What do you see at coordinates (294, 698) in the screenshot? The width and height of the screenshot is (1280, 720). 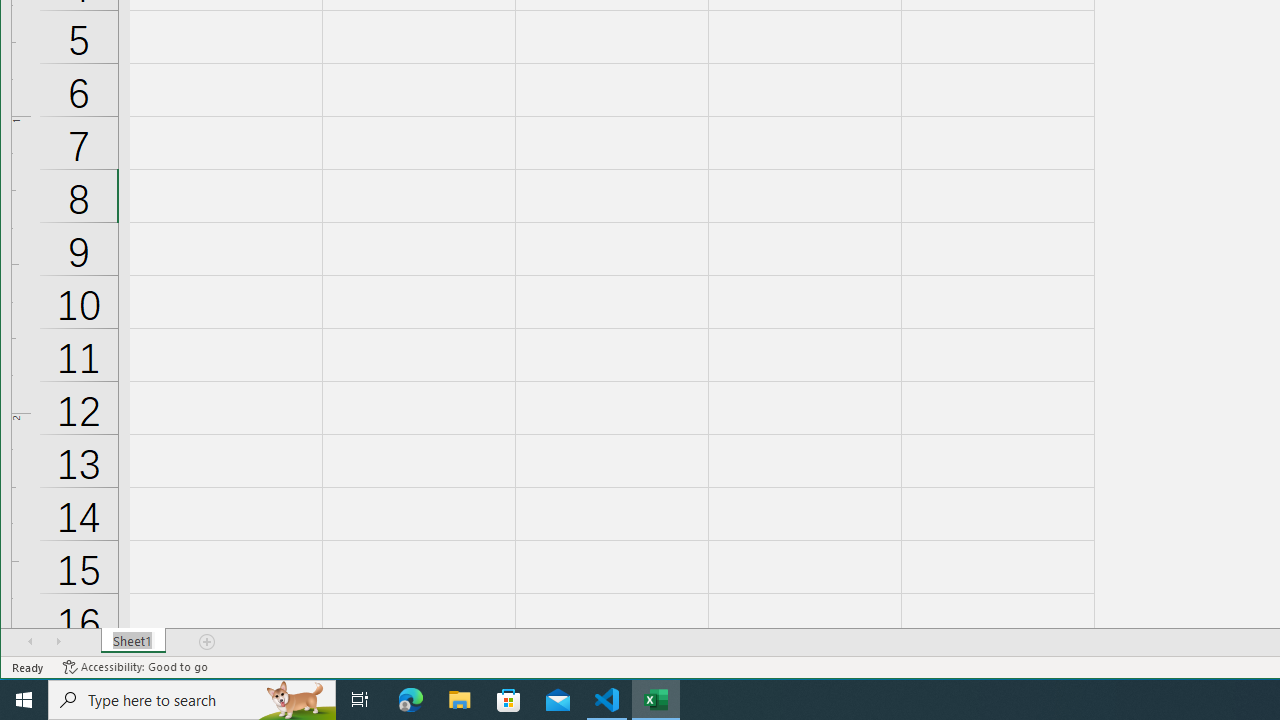 I see `'Search highlights icon opens search home window'` at bounding box center [294, 698].